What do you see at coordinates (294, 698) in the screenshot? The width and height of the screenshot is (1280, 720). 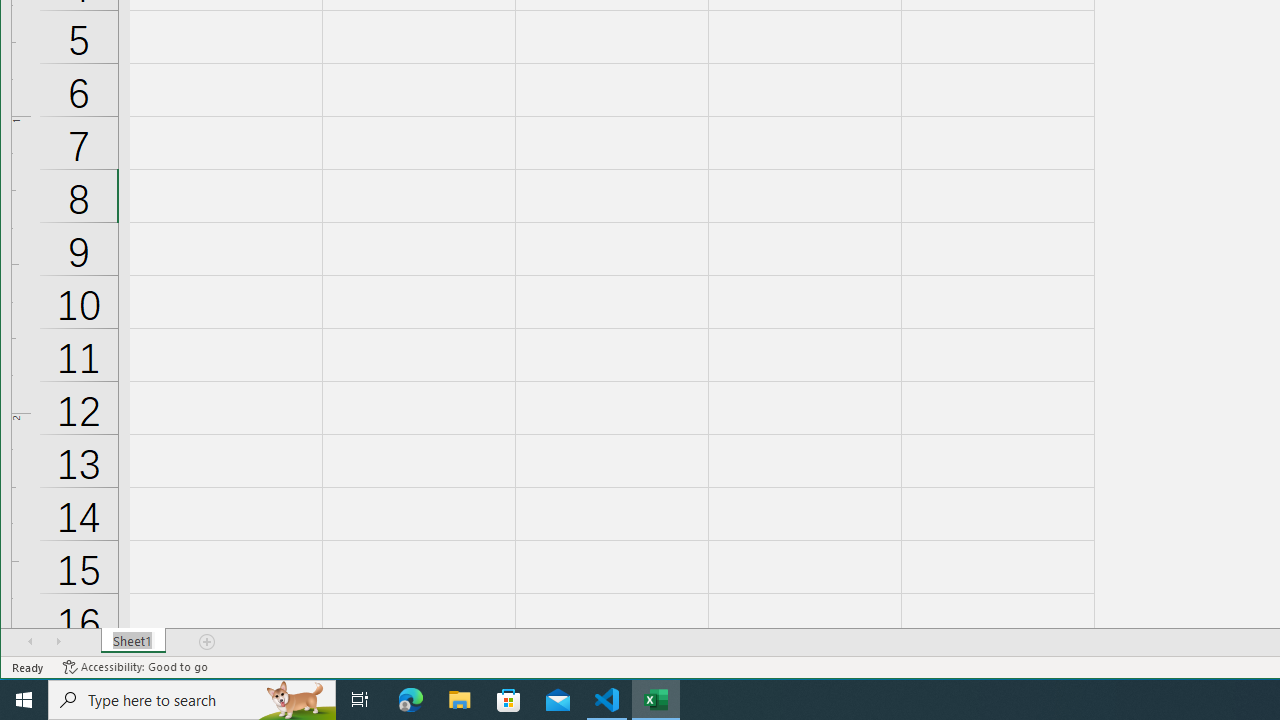 I see `'Search highlights icon opens search home window'` at bounding box center [294, 698].